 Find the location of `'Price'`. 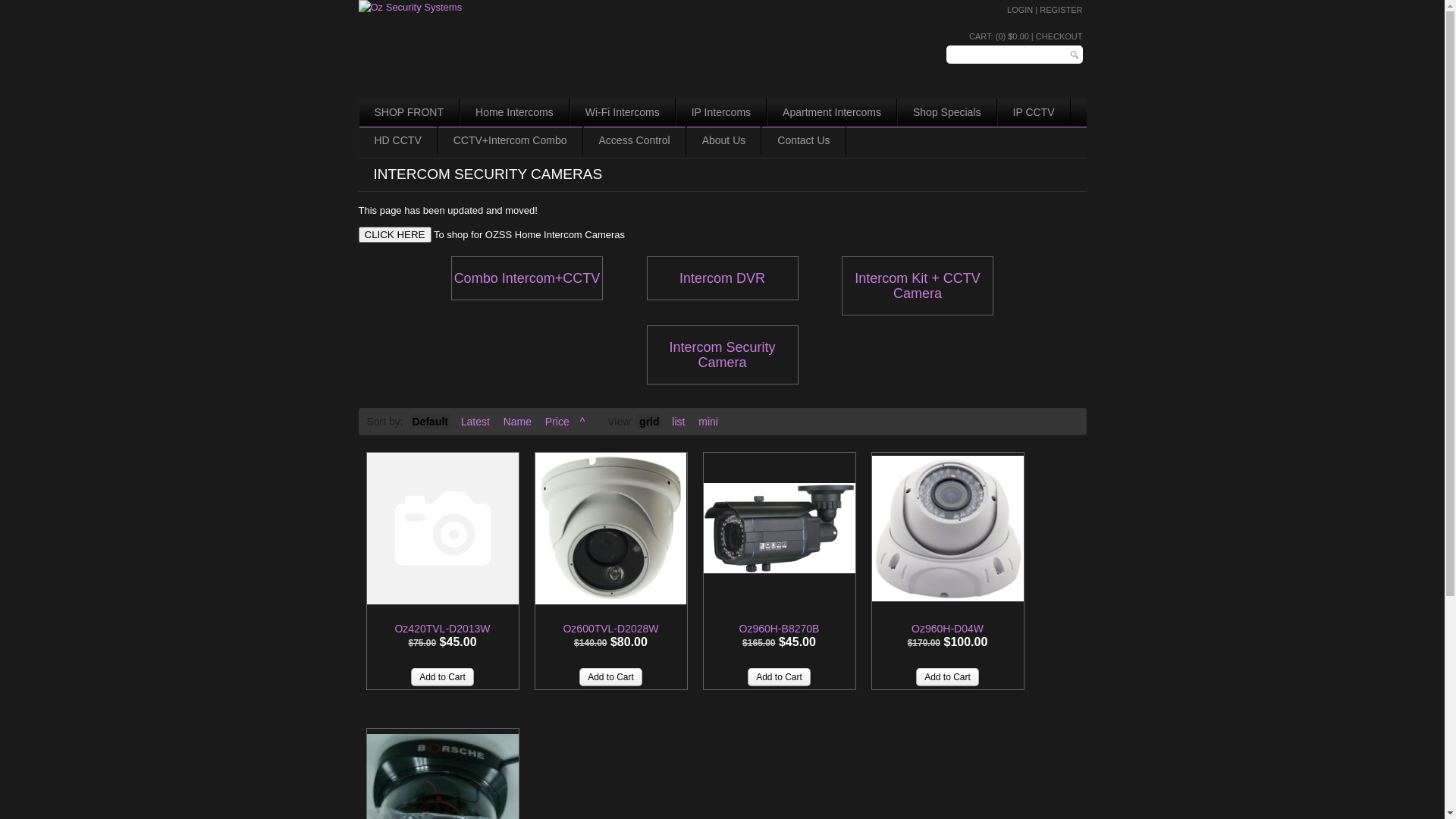

'Price' is located at coordinates (556, 421).